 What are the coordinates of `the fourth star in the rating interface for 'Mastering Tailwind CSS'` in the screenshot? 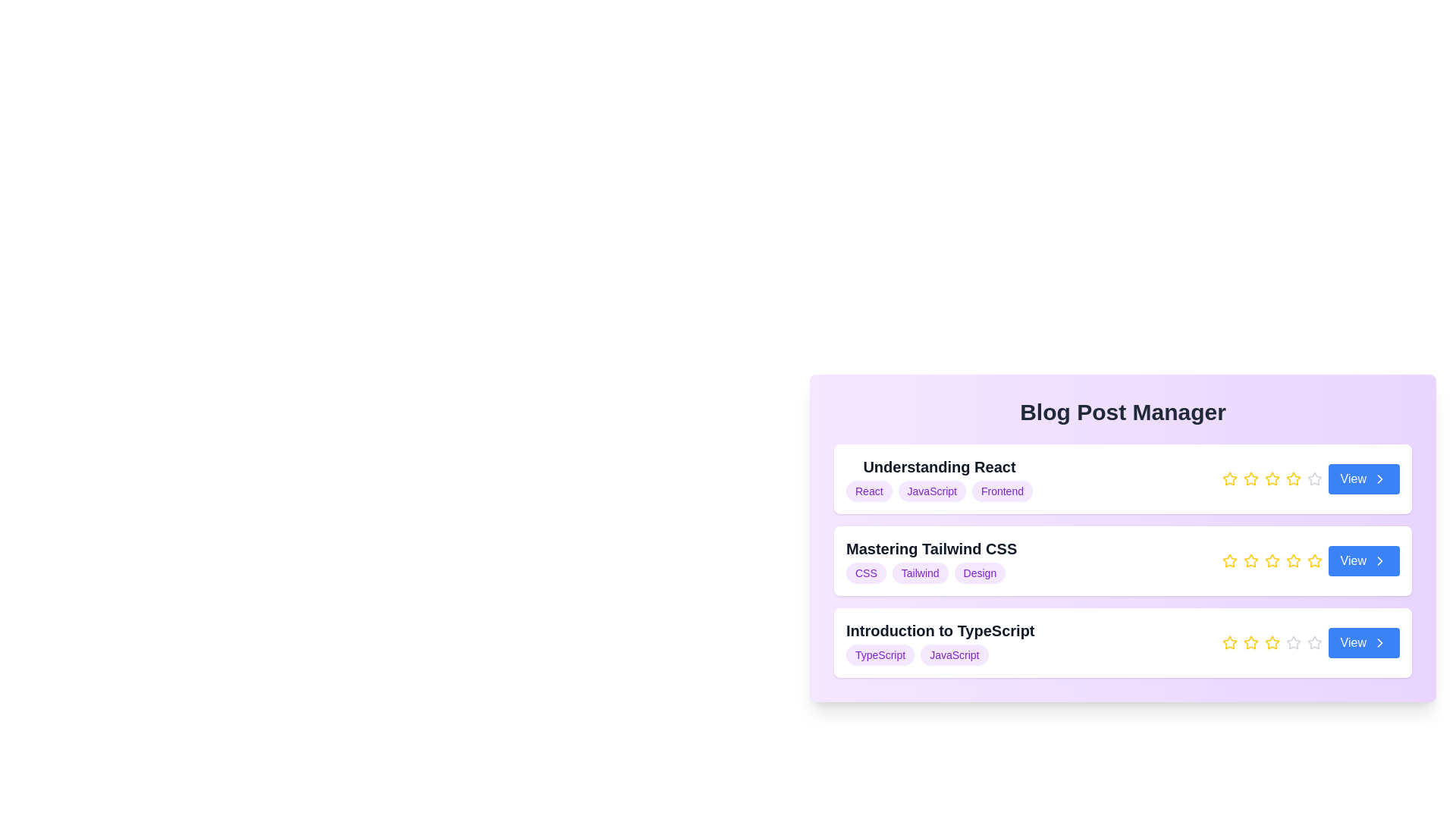 It's located at (1292, 560).